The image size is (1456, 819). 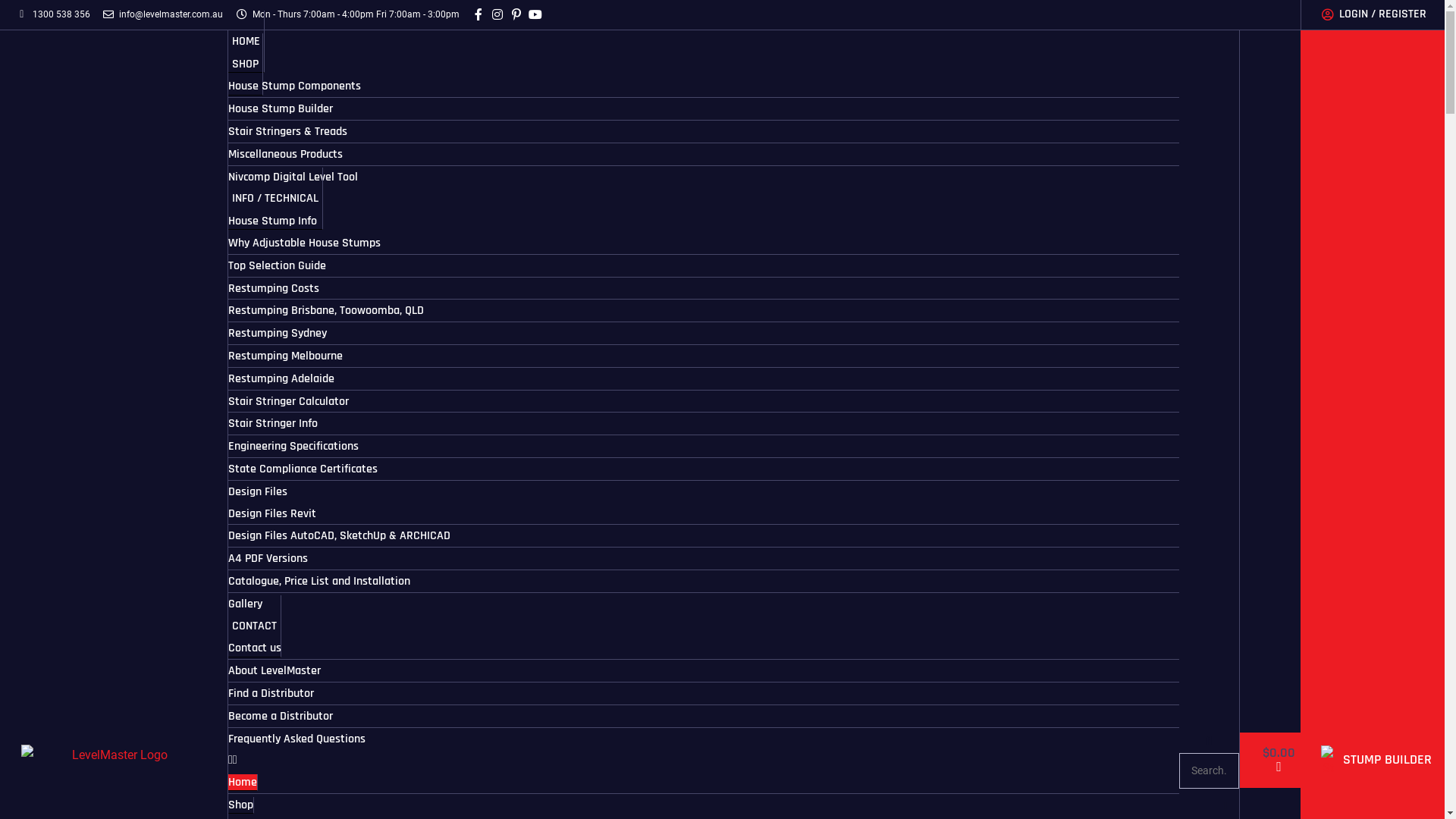 What do you see at coordinates (272, 221) in the screenshot?
I see `'House Stump Info'` at bounding box center [272, 221].